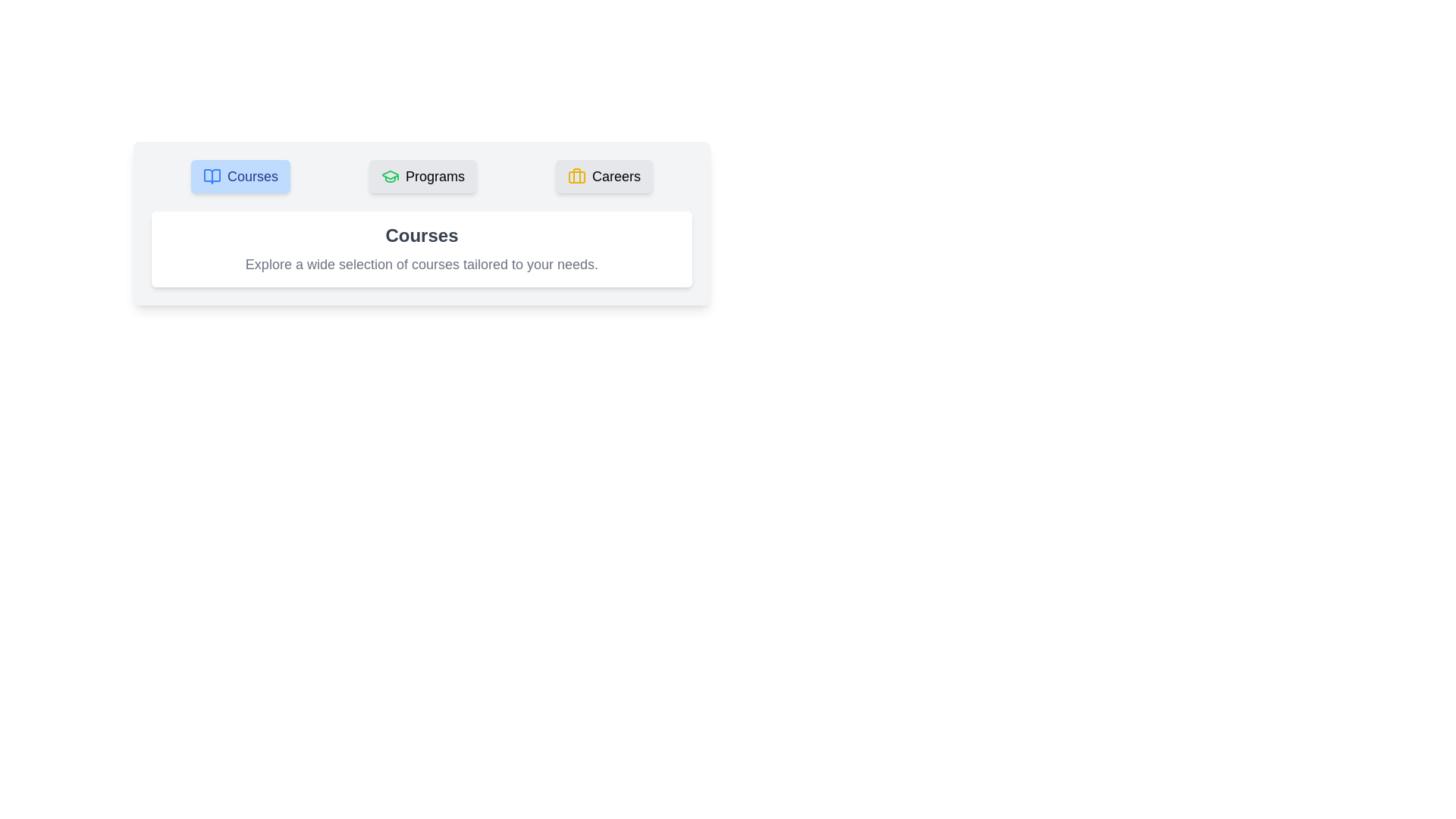 The height and width of the screenshot is (819, 1456). Describe the element at coordinates (603, 175) in the screenshot. I see `the tab labeled Careers` at that location.